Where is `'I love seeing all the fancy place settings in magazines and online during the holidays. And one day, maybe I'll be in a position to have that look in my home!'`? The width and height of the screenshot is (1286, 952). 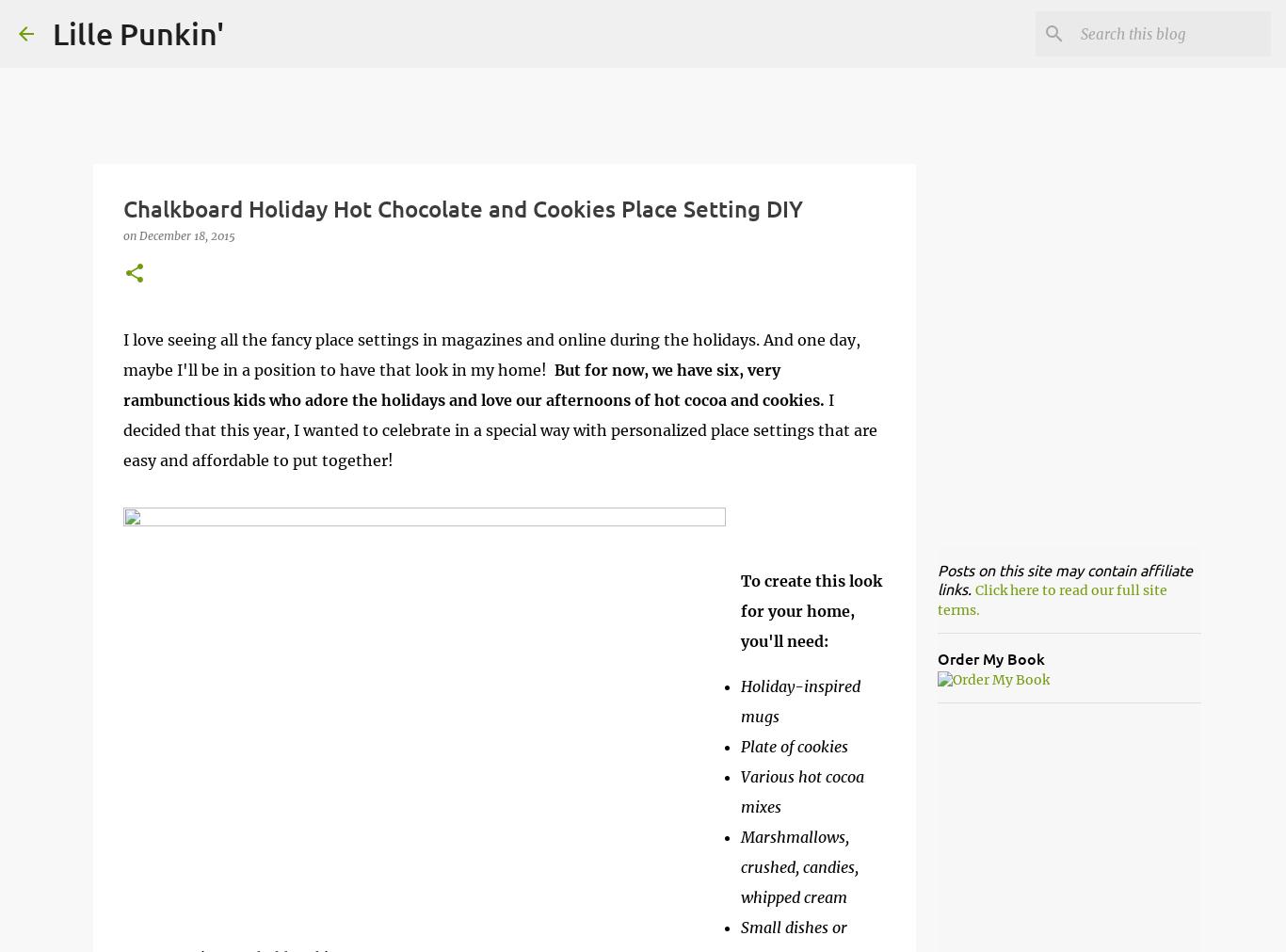 'I love seeing all the fancy place settings in magazines and online during the holidays. And one day, maybe I'll be in a position to have that look in my home!' is located at coordinates (121, 354).